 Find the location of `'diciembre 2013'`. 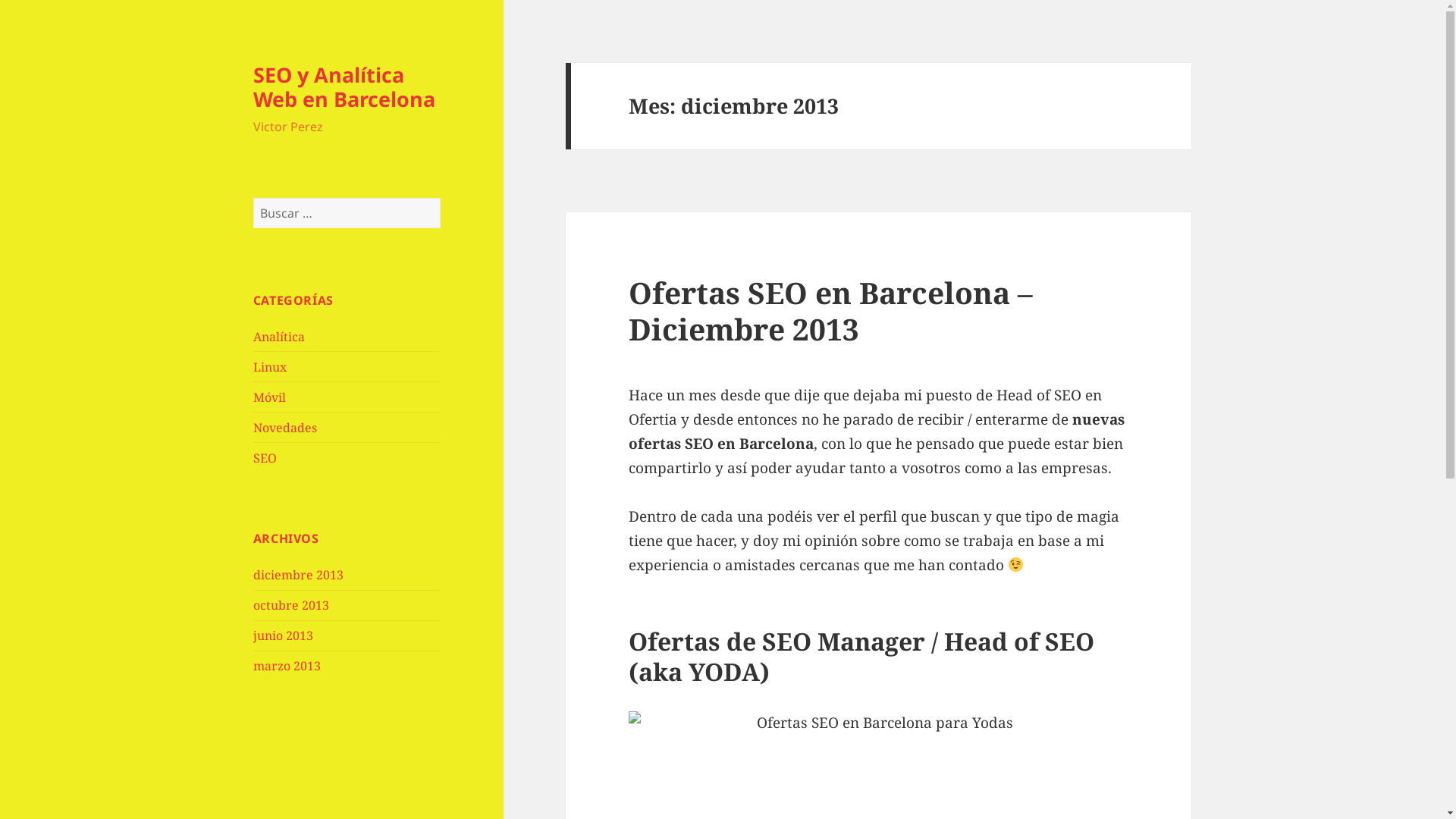

'diciembre 2013' is located at coordinates (298, 575).